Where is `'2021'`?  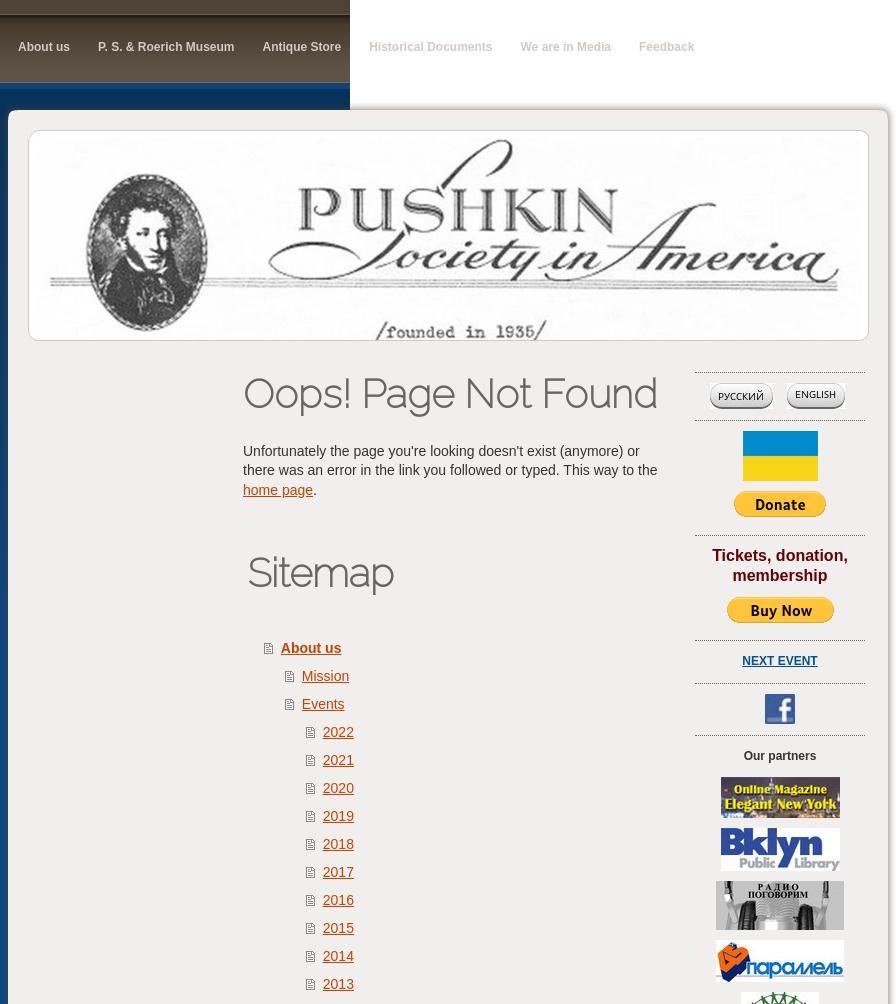
'2021' is located at coordinates (337, 759).